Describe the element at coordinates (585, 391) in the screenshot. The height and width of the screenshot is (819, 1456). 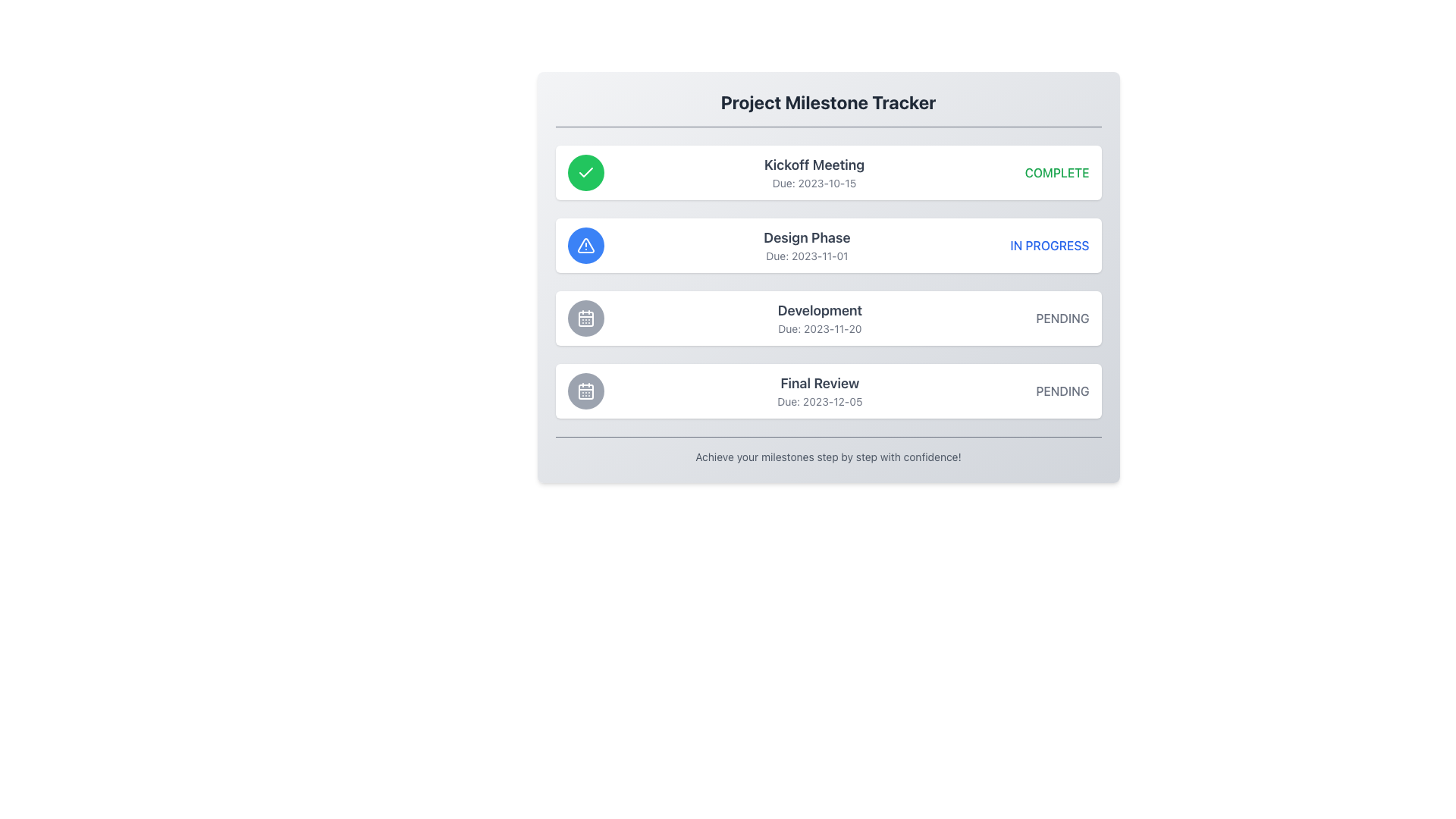
I see `the circular gray icon with a white calendar symbol located in the 'Final Review' row of the Project Milestone Tracker interface, positioned to the left of the text 'Final Review Due: 2023-12-05 PENDING'` at that location.